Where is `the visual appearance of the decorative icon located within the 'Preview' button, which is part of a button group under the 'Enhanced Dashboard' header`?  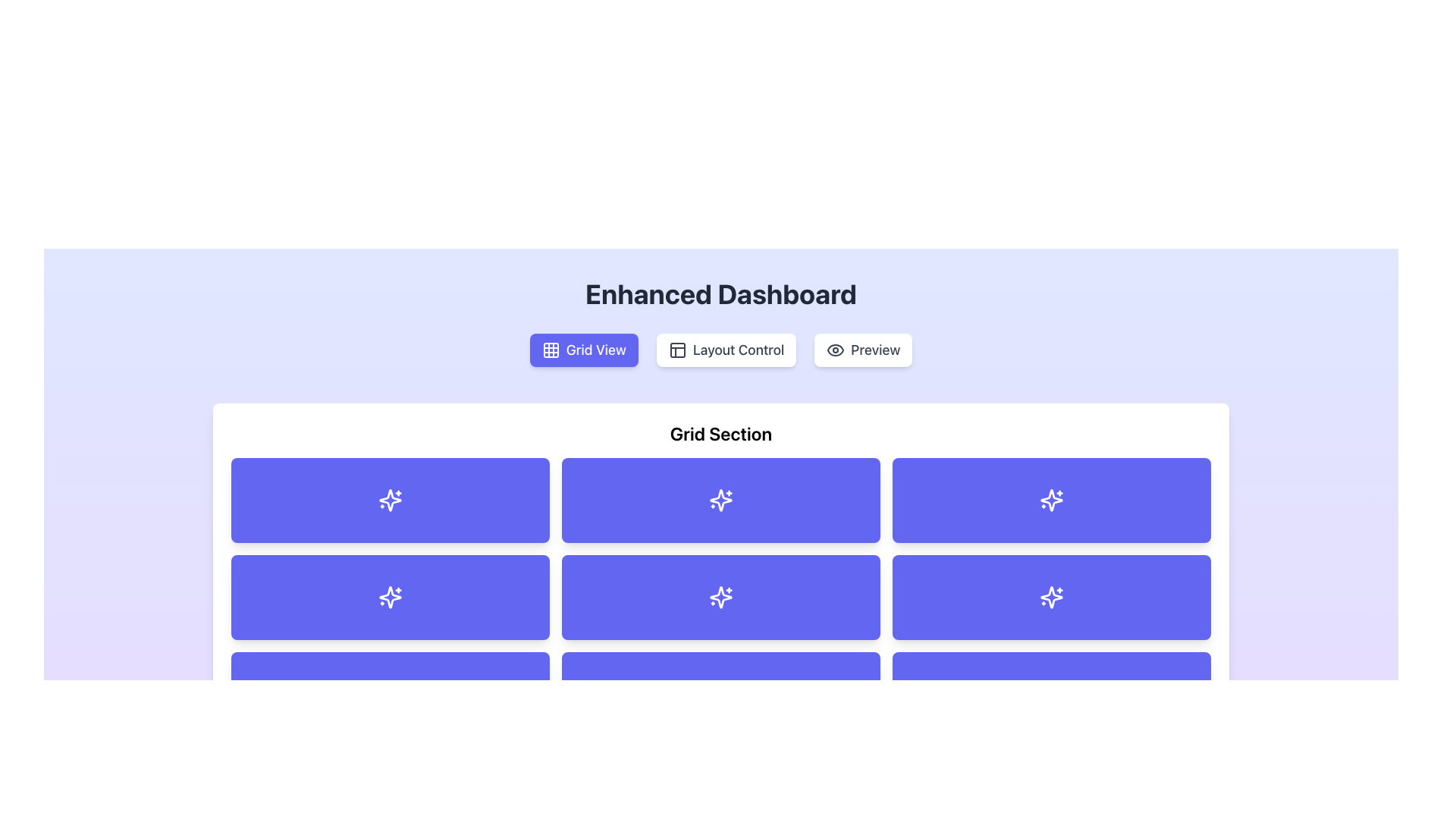
the visual appearance of the decorative icon located within the 'Preview' button, which is part of a button group under the 'Enhanced Dashboard' header is located at coordinates (835, 350).